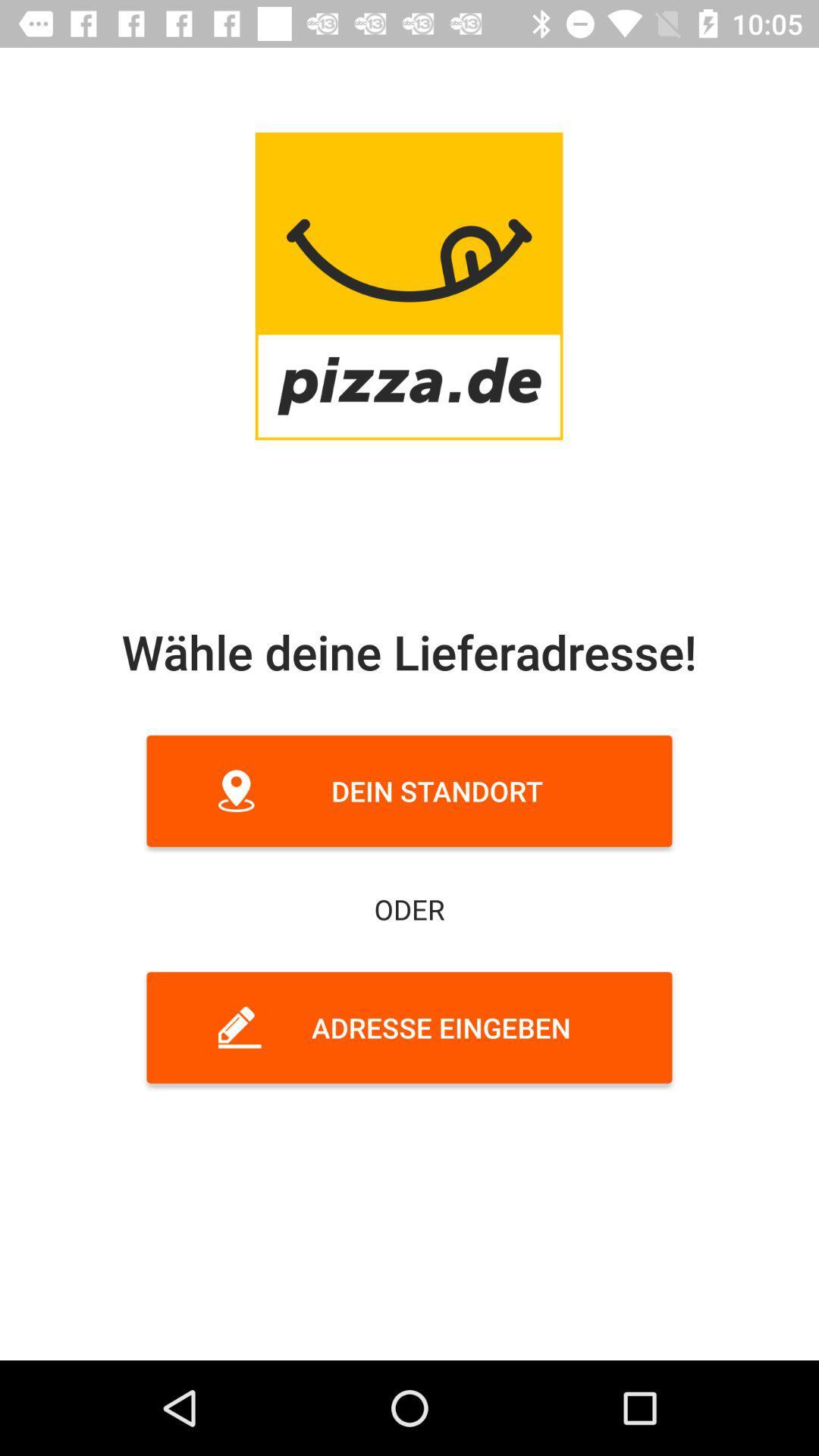  What do you see at coordinates (409, 1028) in the screenshot?
I see `icon below the oder` at bounding box center [409, 1028].